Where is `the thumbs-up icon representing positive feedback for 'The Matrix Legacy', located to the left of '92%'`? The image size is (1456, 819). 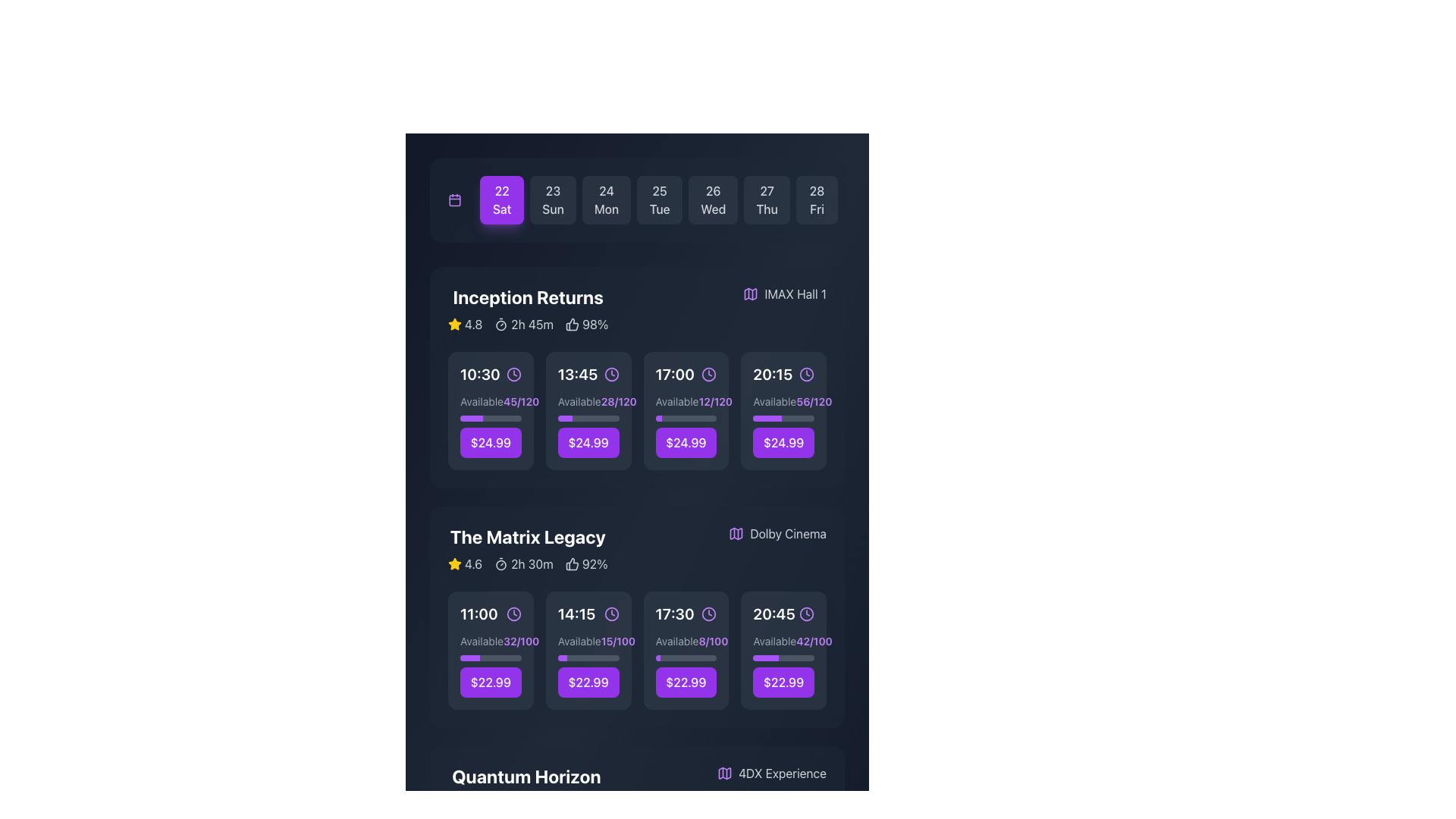
the thumbs-up icon representing positive feedback for 'The Matrix Legacy', located to the left of '92%' is located at coordinates (571, 564).